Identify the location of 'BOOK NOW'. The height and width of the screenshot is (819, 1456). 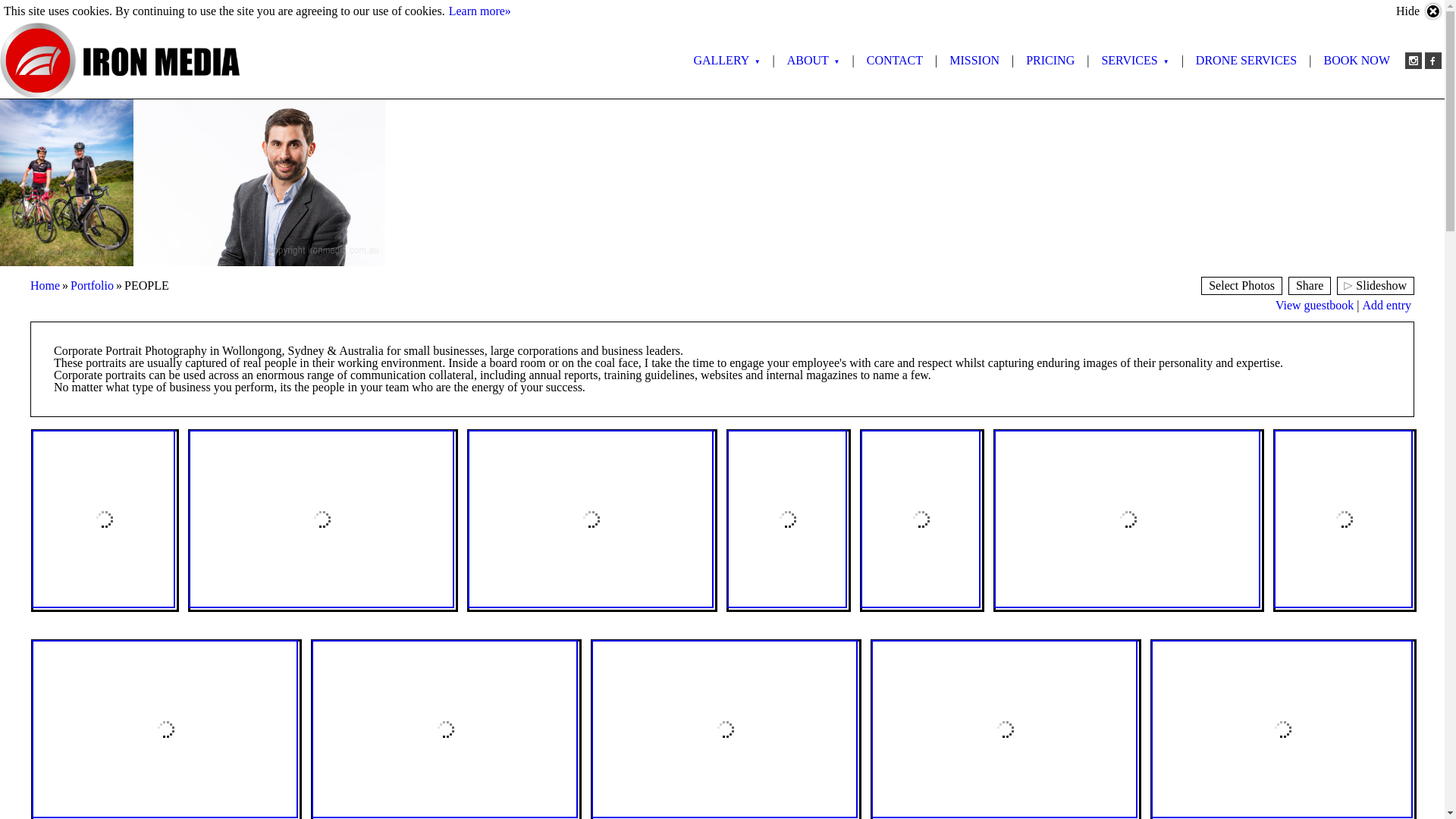
(1357, 60).